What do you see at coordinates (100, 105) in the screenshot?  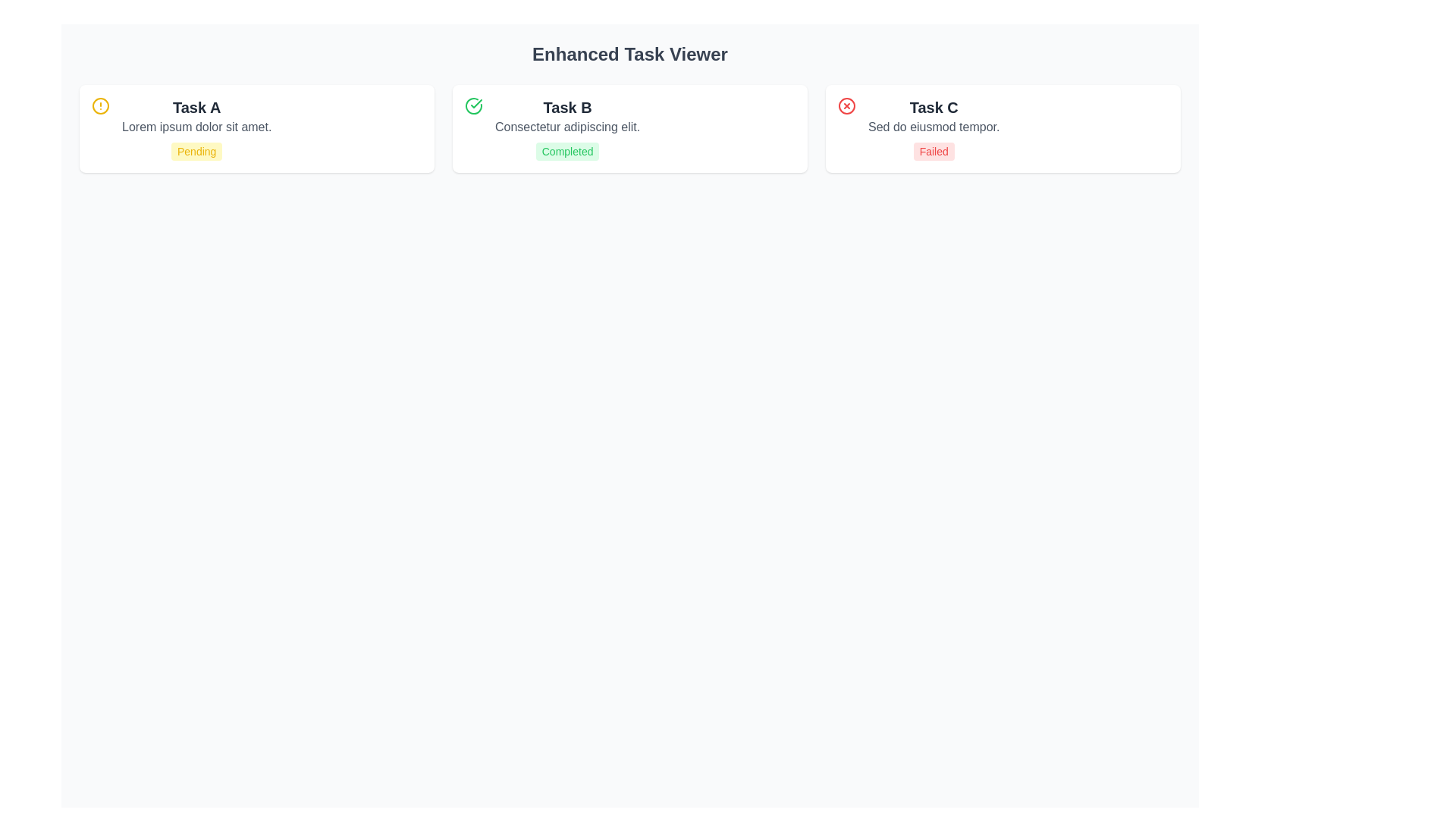 I see `the circular yellow icon with a warning symbol located in the upper left corner of the card labeled 'Task A'` at bounding box center [100, 105].